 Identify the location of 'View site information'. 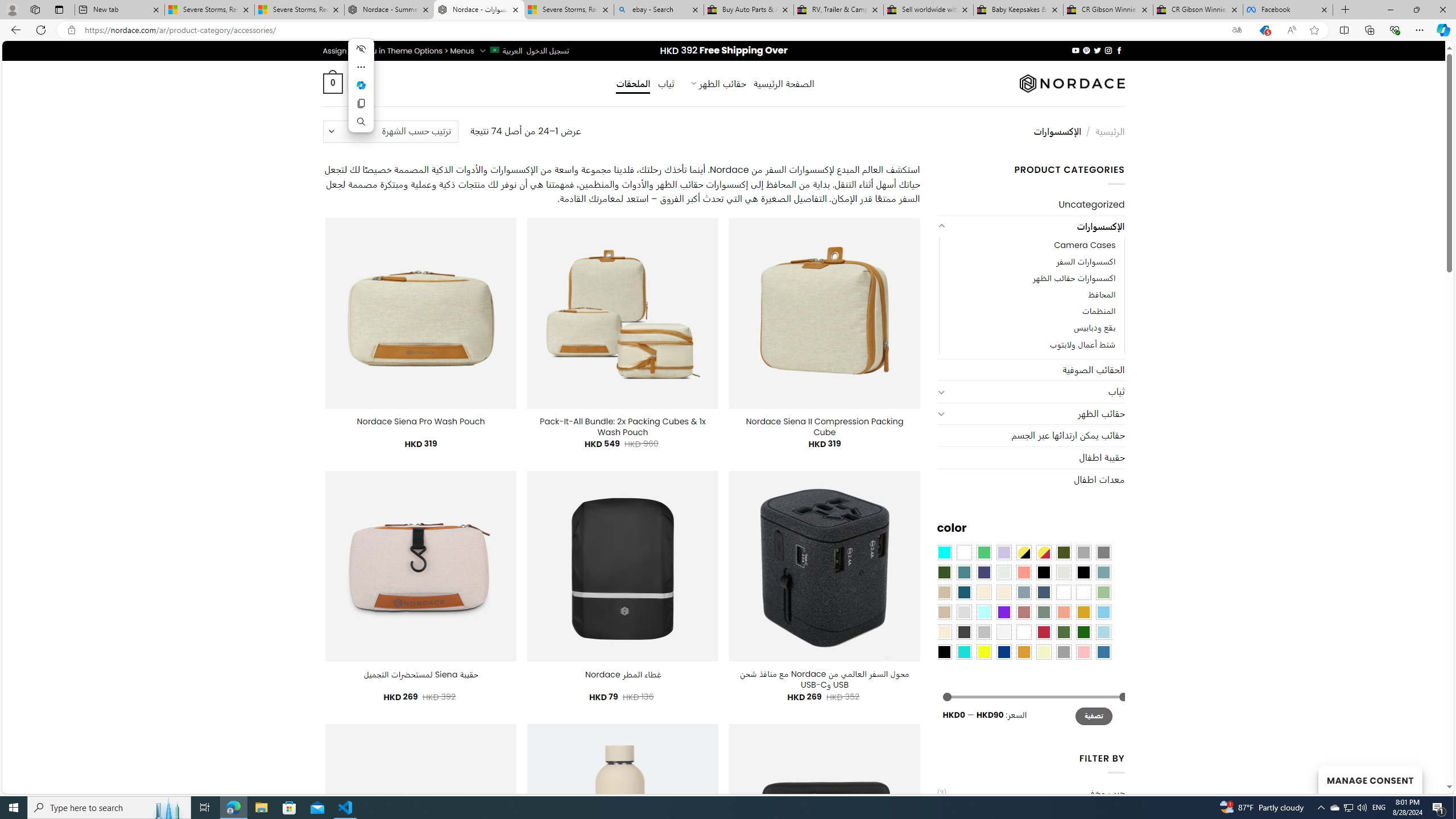
(71, 30).